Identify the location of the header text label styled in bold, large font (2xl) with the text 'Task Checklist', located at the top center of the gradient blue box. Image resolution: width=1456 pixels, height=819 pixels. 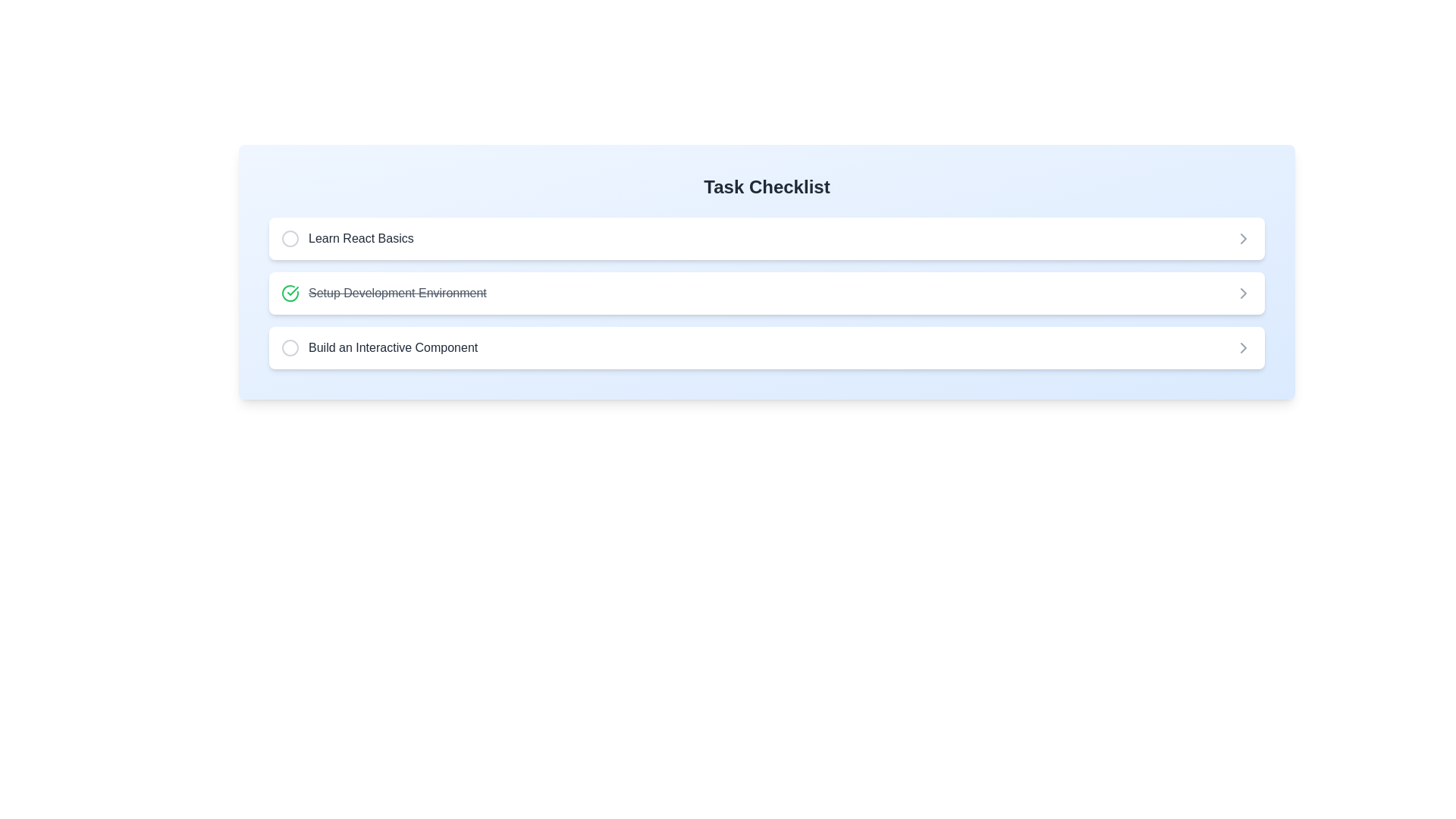
(767, 186).